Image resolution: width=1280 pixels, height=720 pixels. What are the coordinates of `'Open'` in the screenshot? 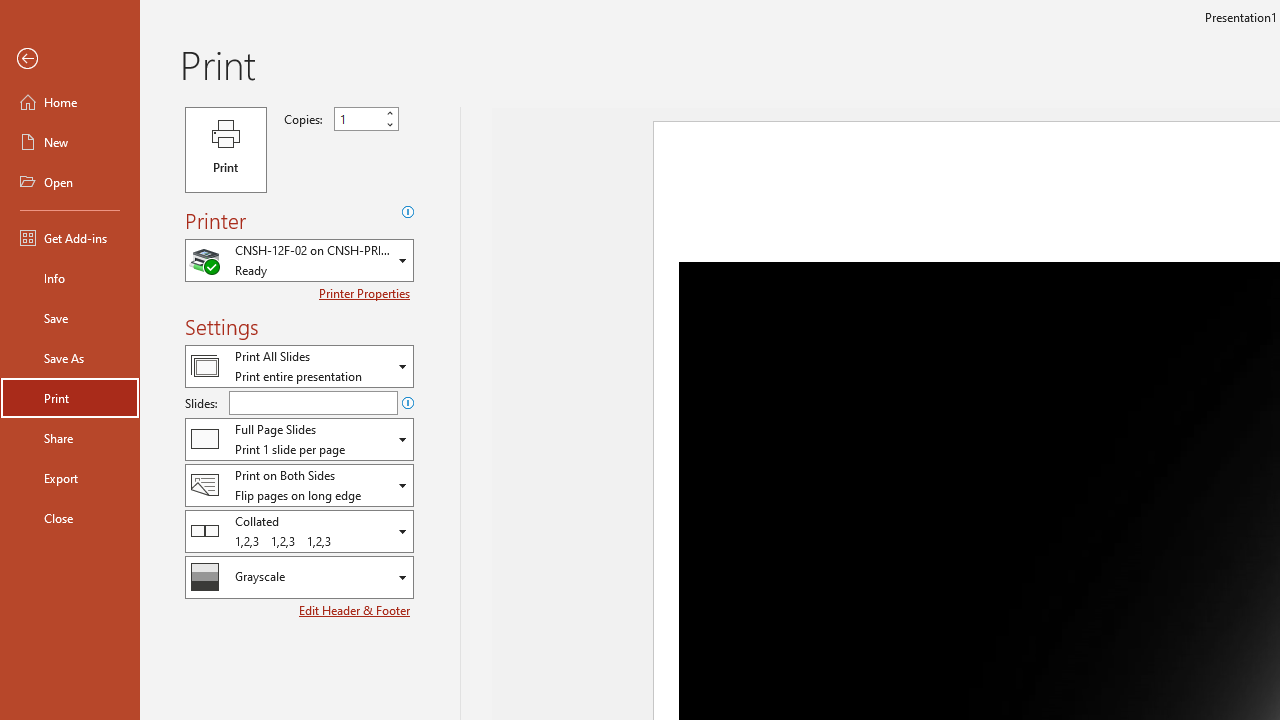 It's located at (69, 182).